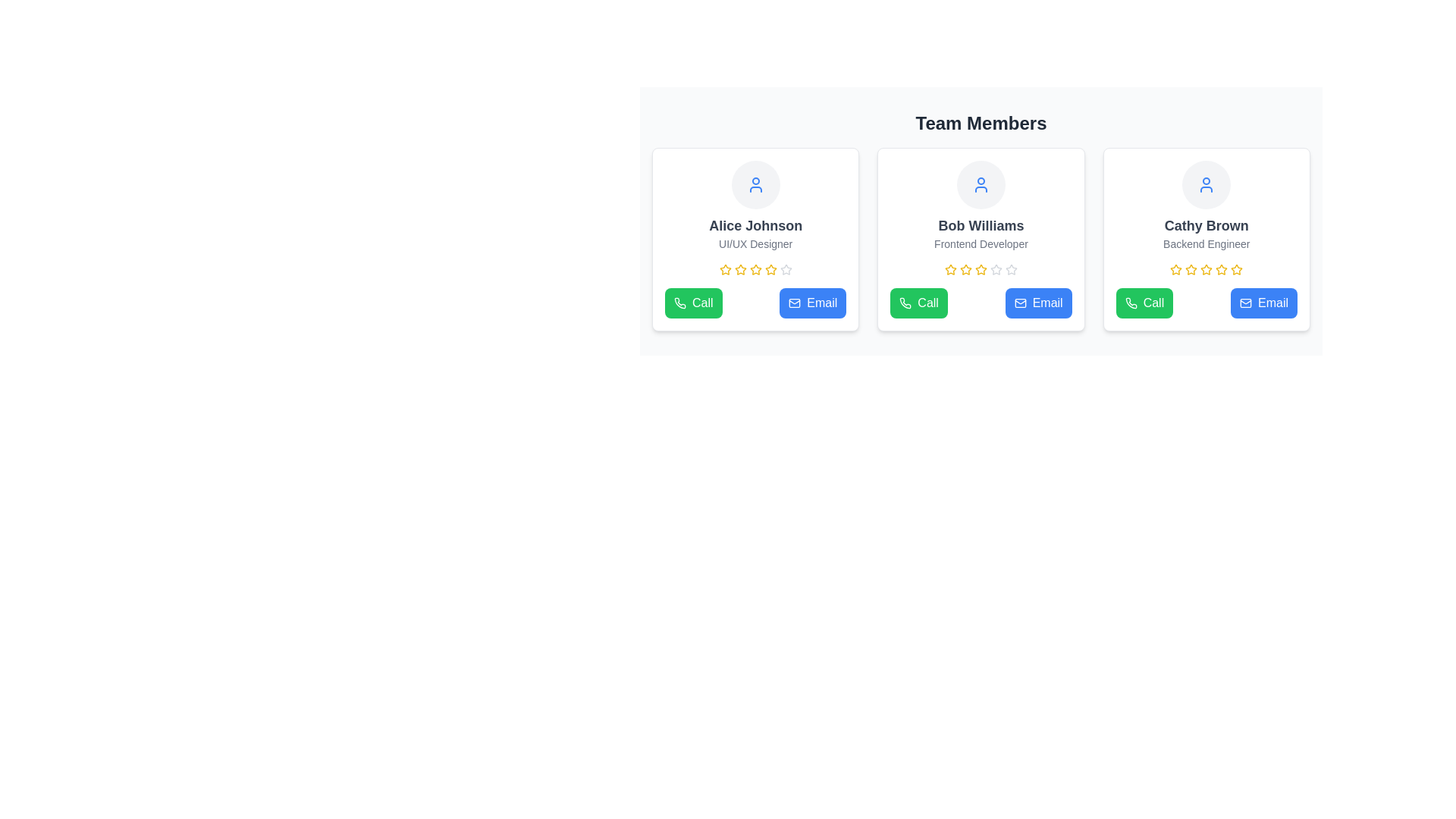  What do you see at coordinates (949, 268) in the screenshot?
I see `the second star icon in the 5-star rating scale under the 'Bob Williams - Frontend Developer' section of the profile card` at bounding box center [949, 268].